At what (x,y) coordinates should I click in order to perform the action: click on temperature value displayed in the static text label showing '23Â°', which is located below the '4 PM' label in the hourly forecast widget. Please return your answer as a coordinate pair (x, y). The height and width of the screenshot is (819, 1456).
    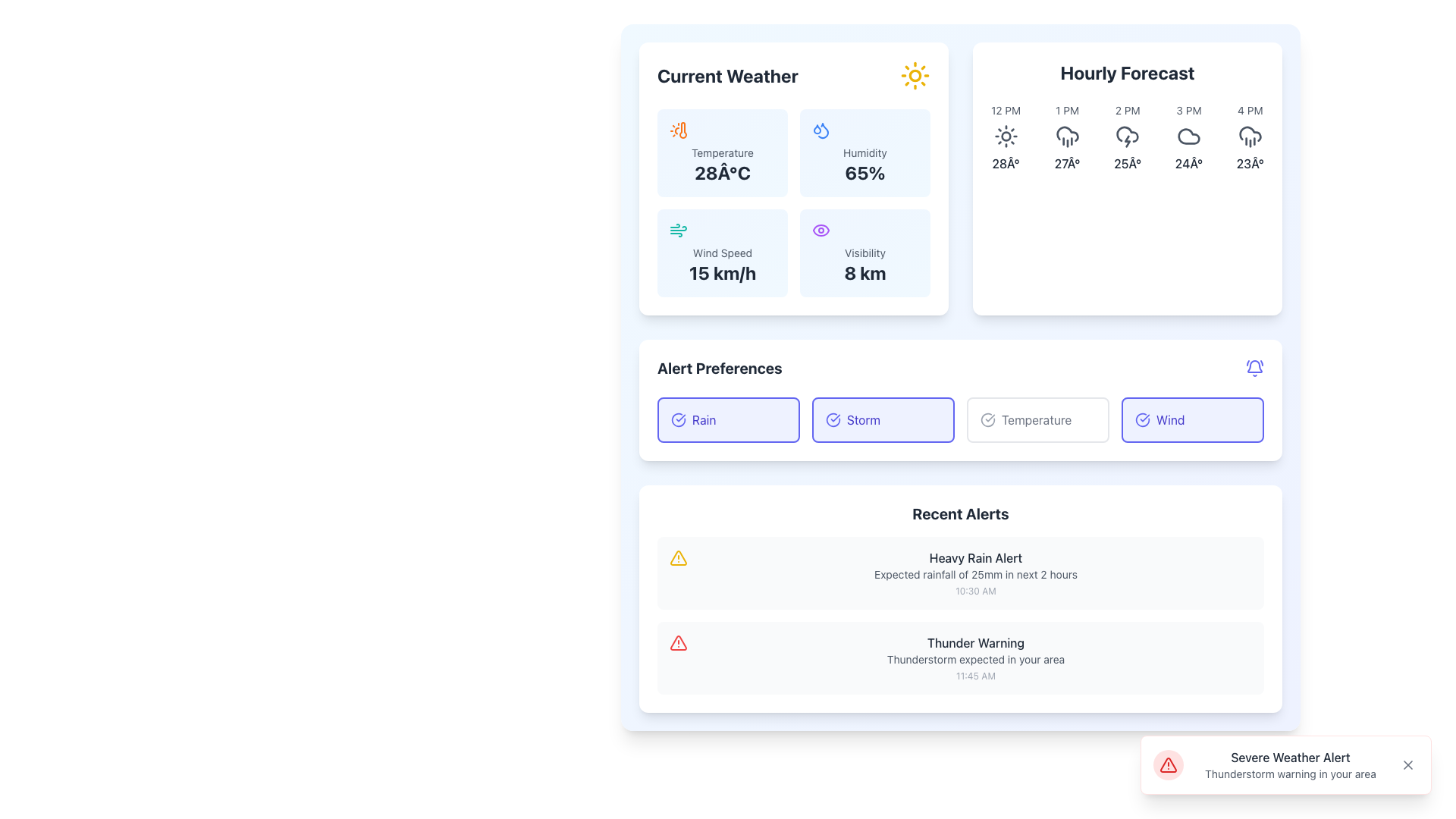
    Looking at the image, I should click on (1250, 164).